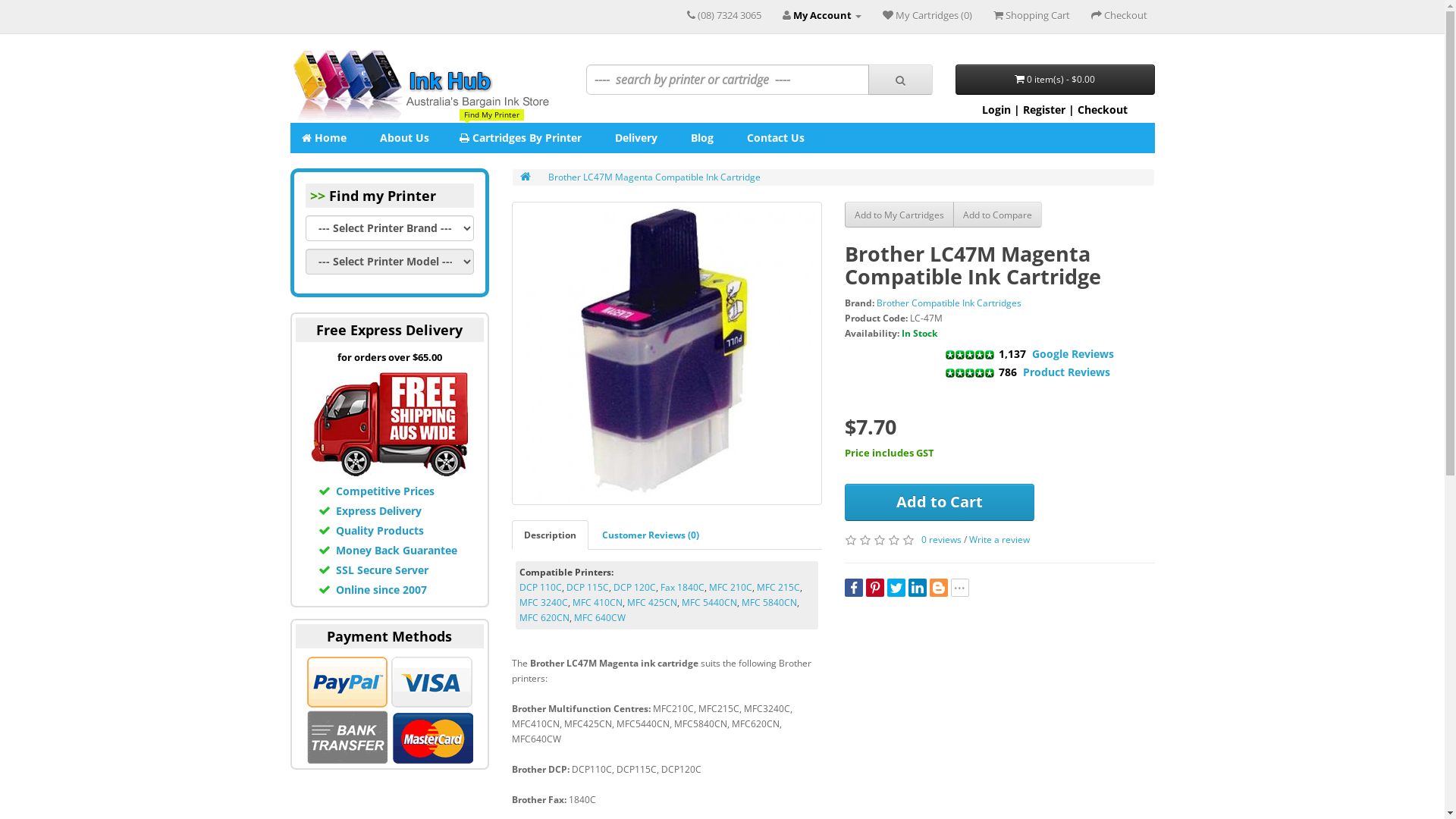 This screenshot has width=1456, height=819. Describe the element at coordinates (948, 303) in the screenshot. I see `'Brother Compatible Ink Cartridges'` at that location.